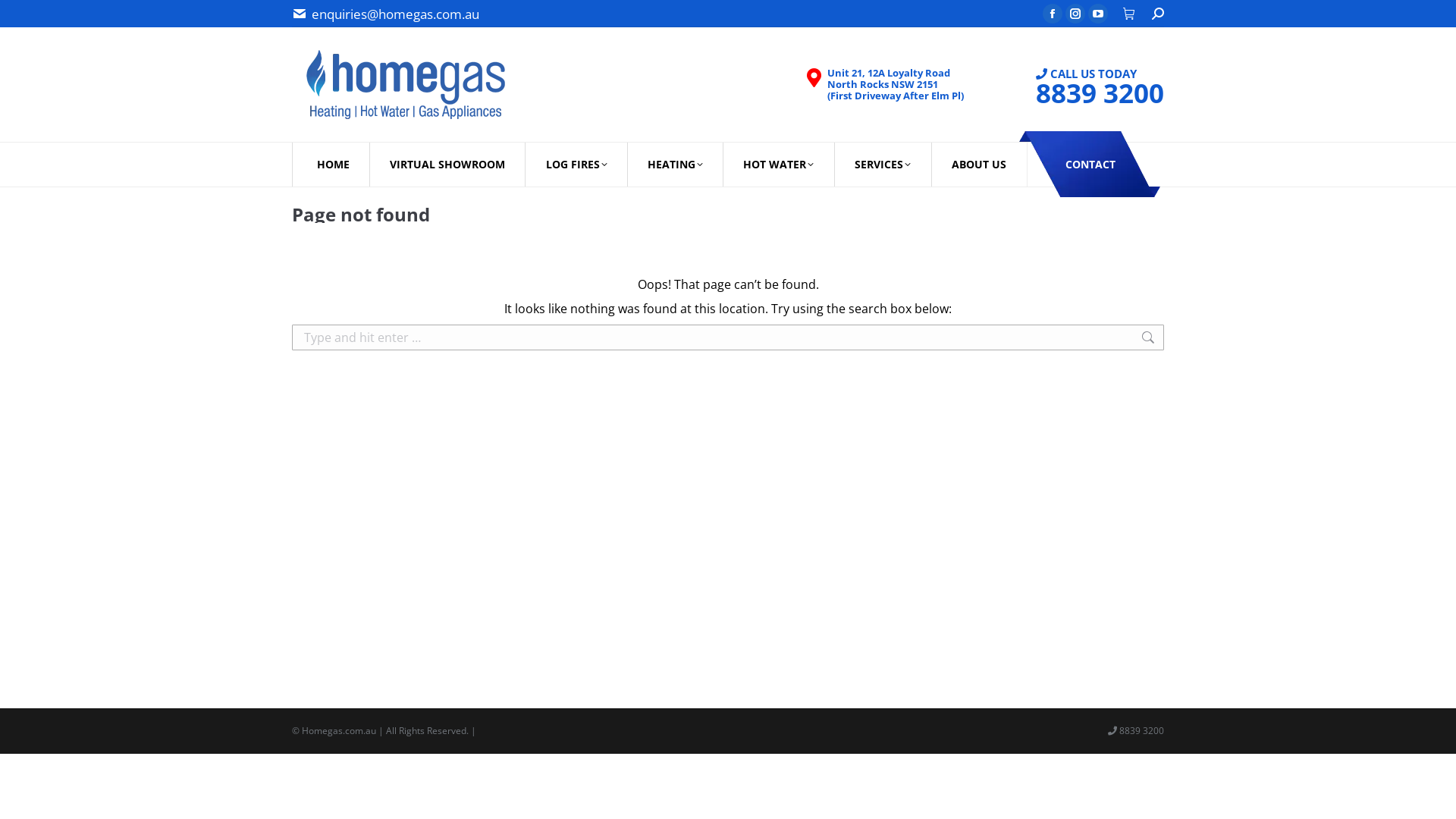 Image resolution: width=1456 pixels, height=819 pixels. I want to click on 'Go!', so click(1188, 343).